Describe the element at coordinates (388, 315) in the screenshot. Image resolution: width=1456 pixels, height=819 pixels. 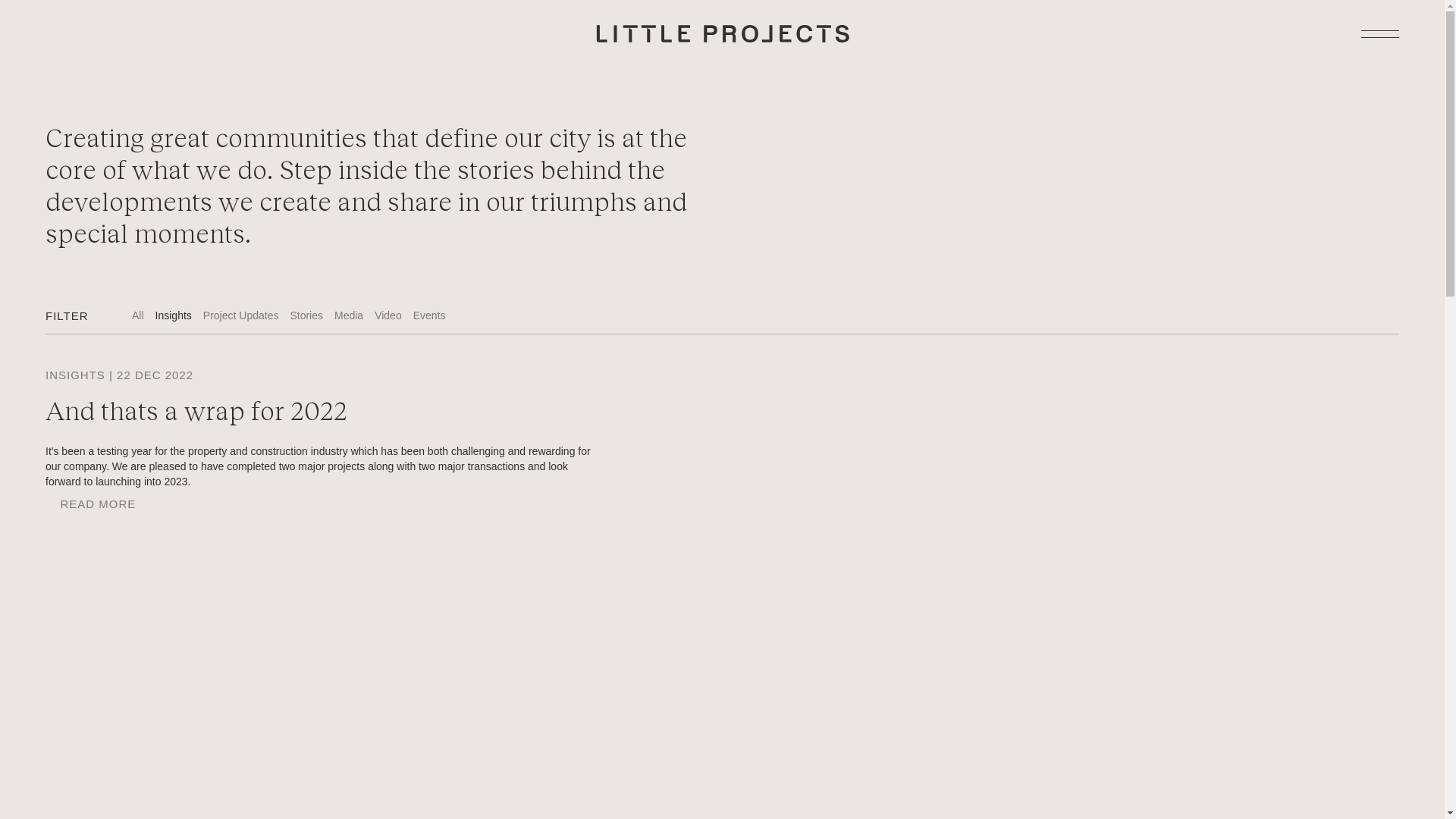
I see `'Video'` at that location.